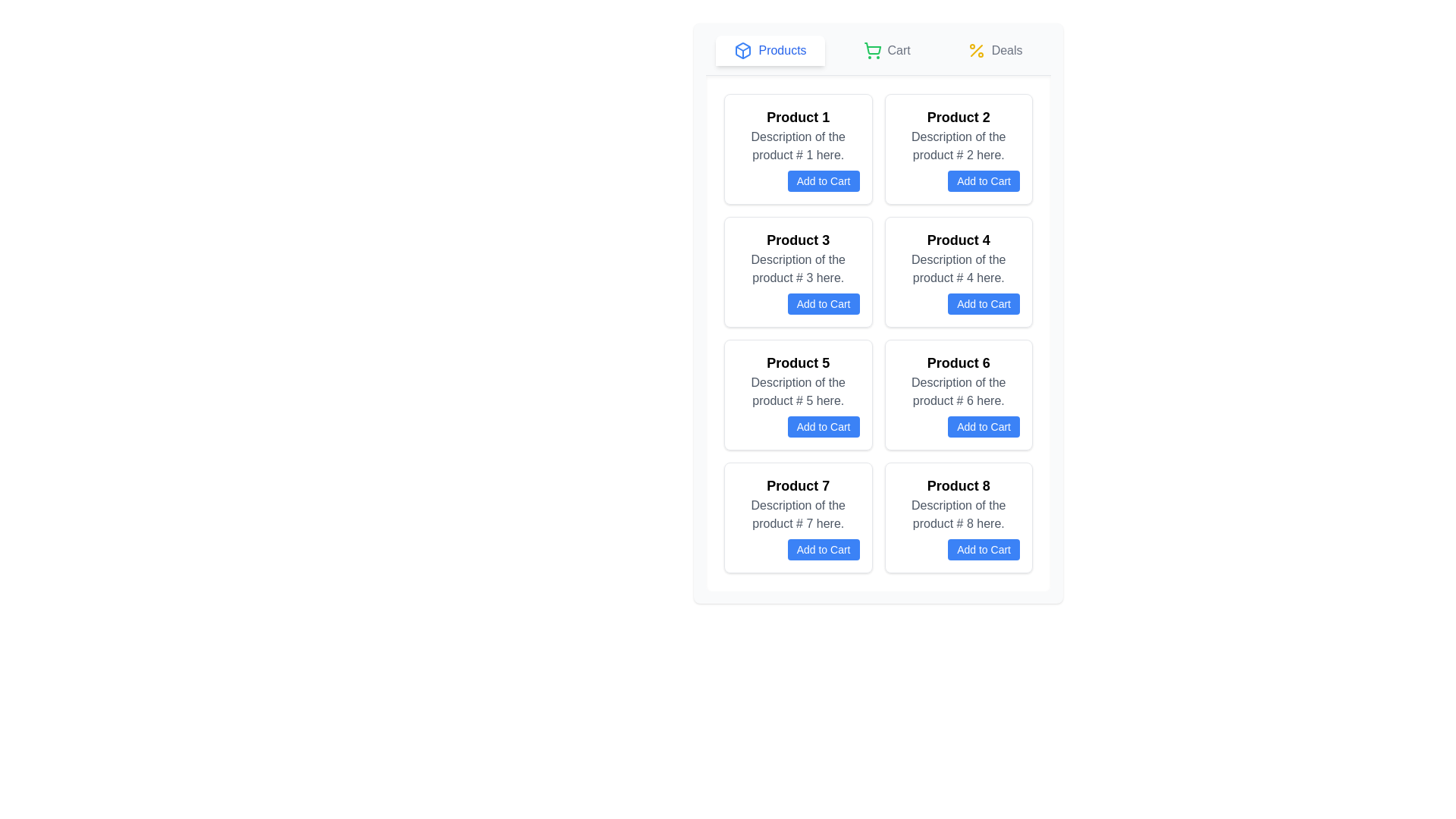  Describe the element at coordinates (958, 116) in the screenshot. I see `the text label that serves as the header for 'Product 2'` at that location.